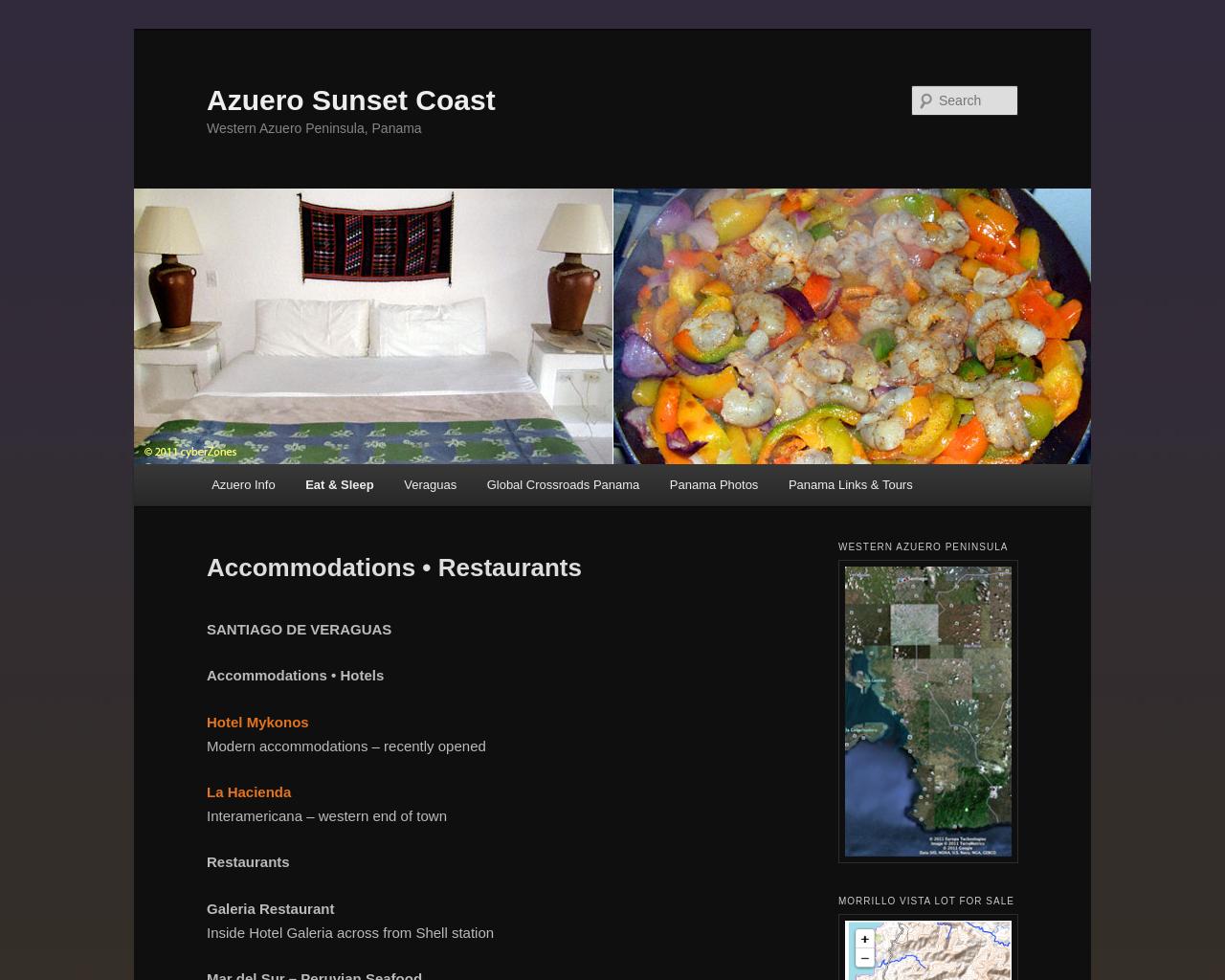 The height and width of the screenshot is (980, 1225). What do you see at coordinates (923, 546) in the screenshot?
I see `'Western Azuero Peninsula'` at bounding box center [923, 546].